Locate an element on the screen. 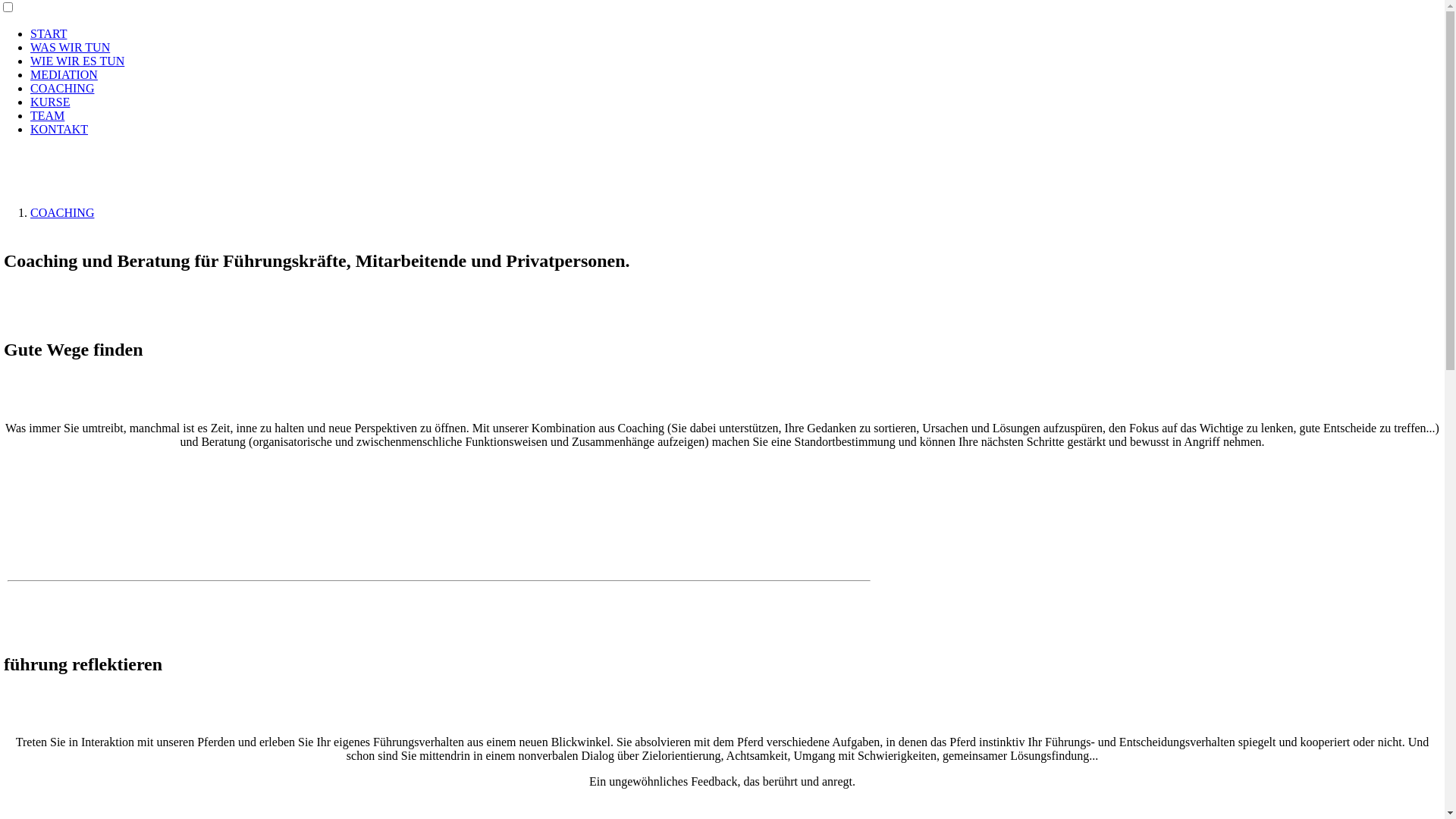 Image resolution: width=1456 pixels, height=819 pixels. 'START' is located at coordinates (48, 33).